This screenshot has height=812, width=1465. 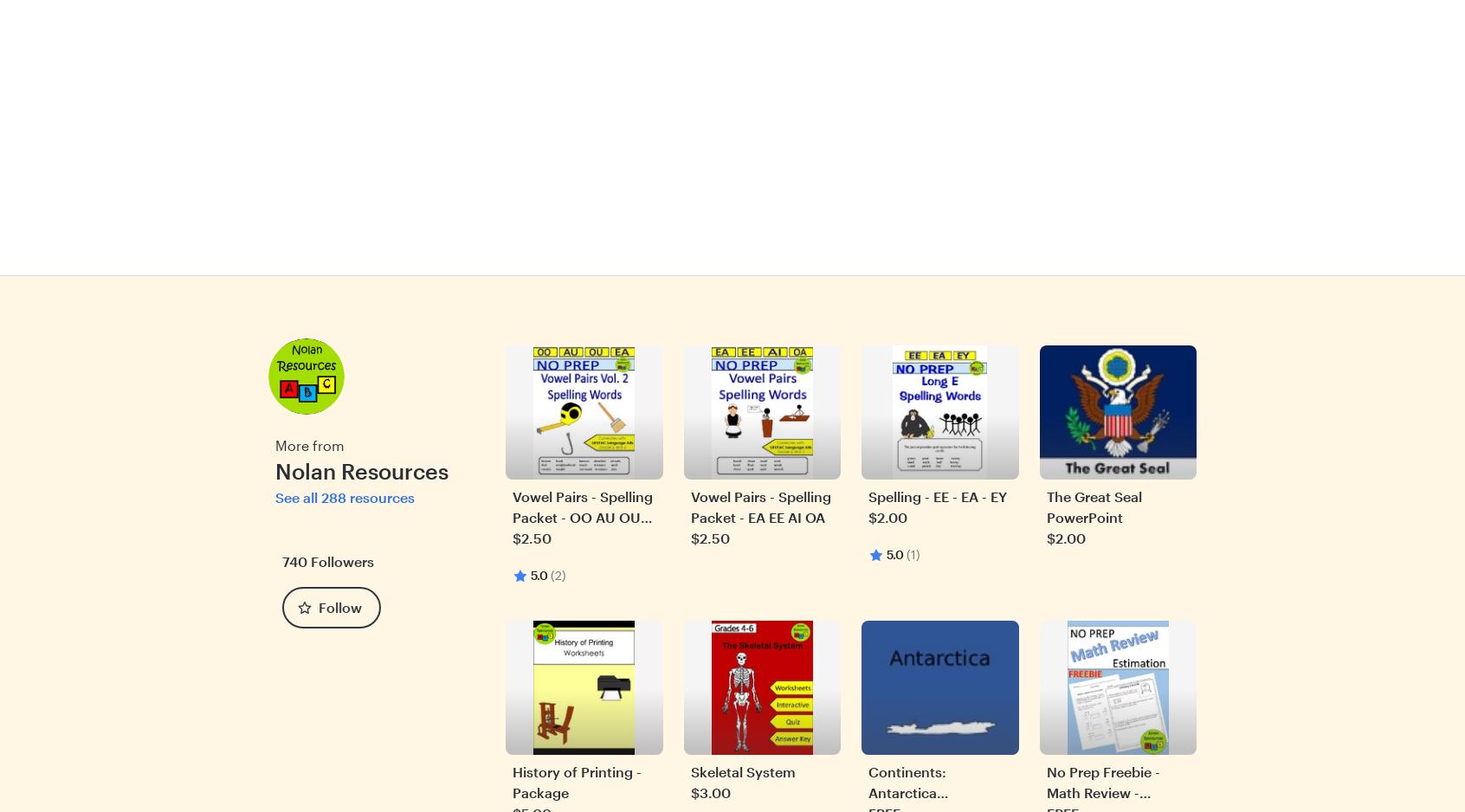 What do you see at coordinates (294, 560) in the screenshot?
I see `'740'` at bounding box center [294, 560].